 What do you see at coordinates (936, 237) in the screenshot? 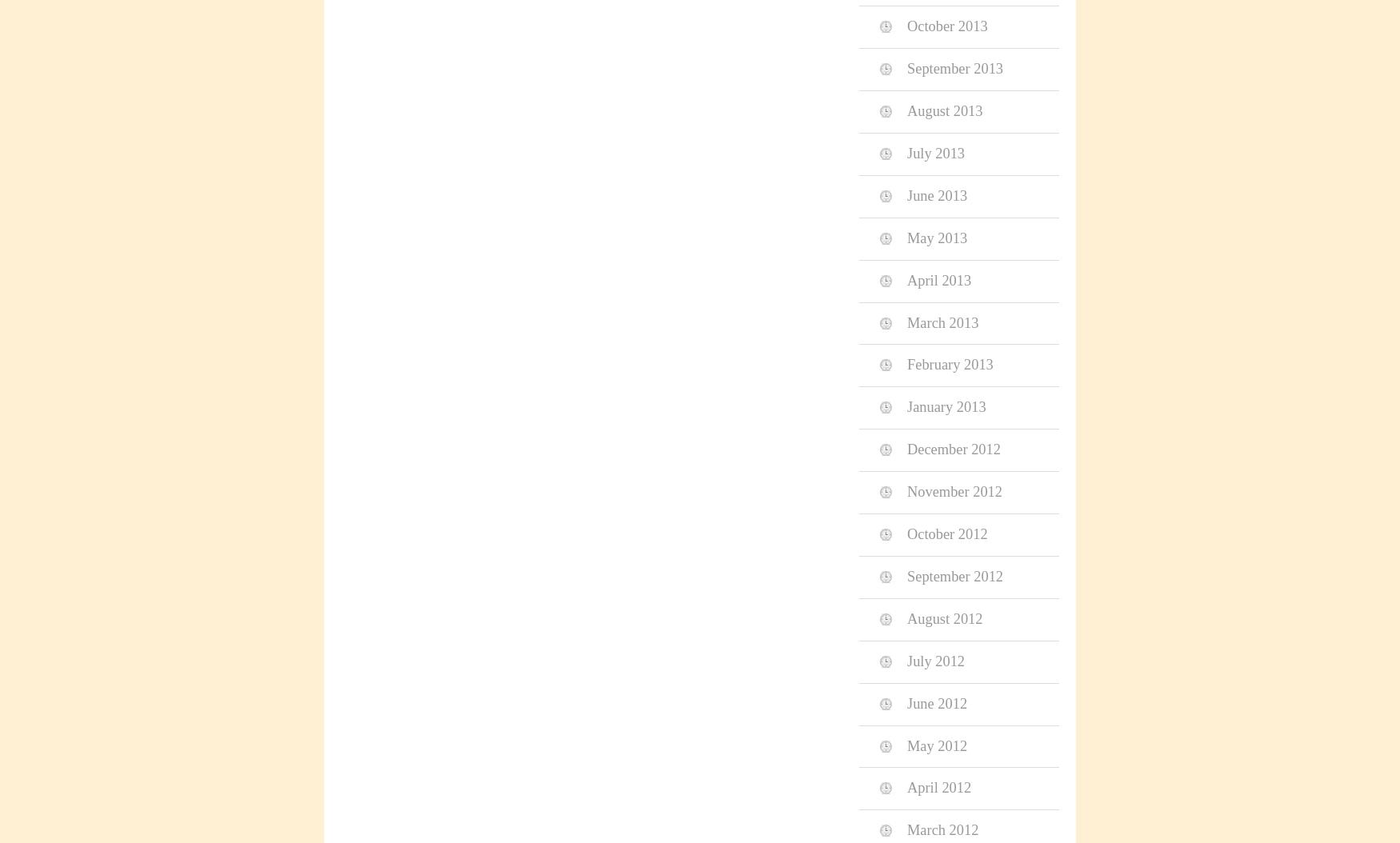
I see `'May 2013'` at bounding box center [936, 237].